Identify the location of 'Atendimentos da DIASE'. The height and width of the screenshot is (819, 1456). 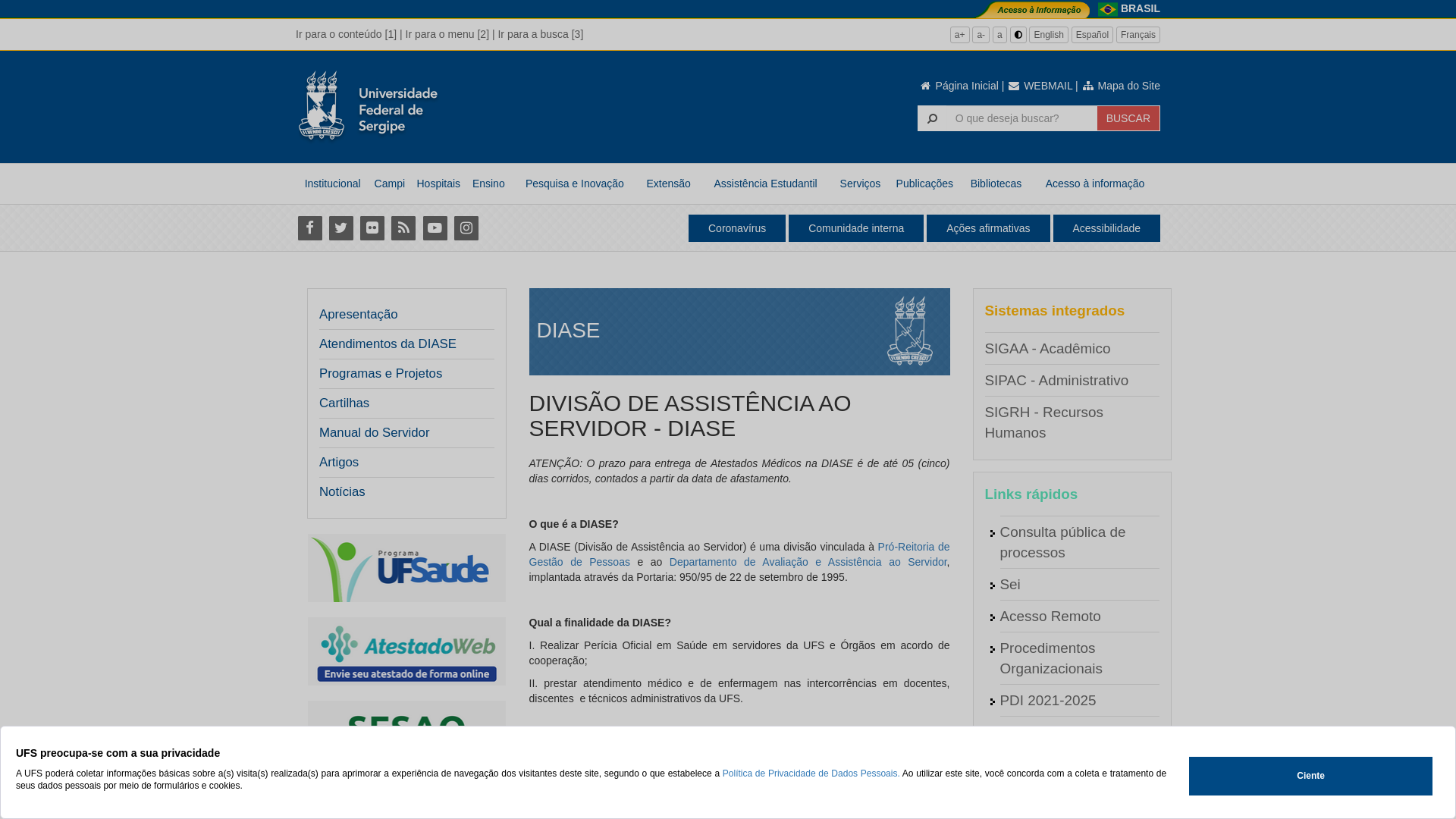
(388, 344).